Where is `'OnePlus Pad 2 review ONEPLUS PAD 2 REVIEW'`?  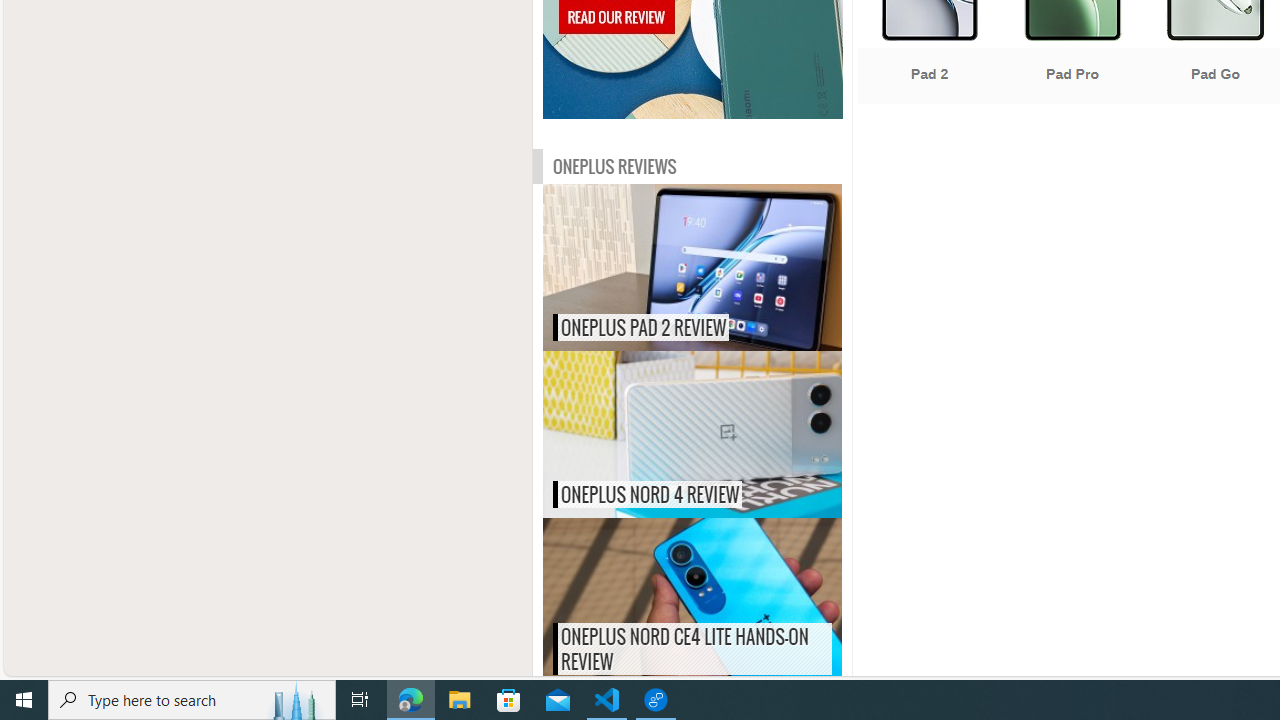 'OnePlus Pad 2 review ONEPLUS PAD 2 REVIEW' is located at coordinates (692, 266).